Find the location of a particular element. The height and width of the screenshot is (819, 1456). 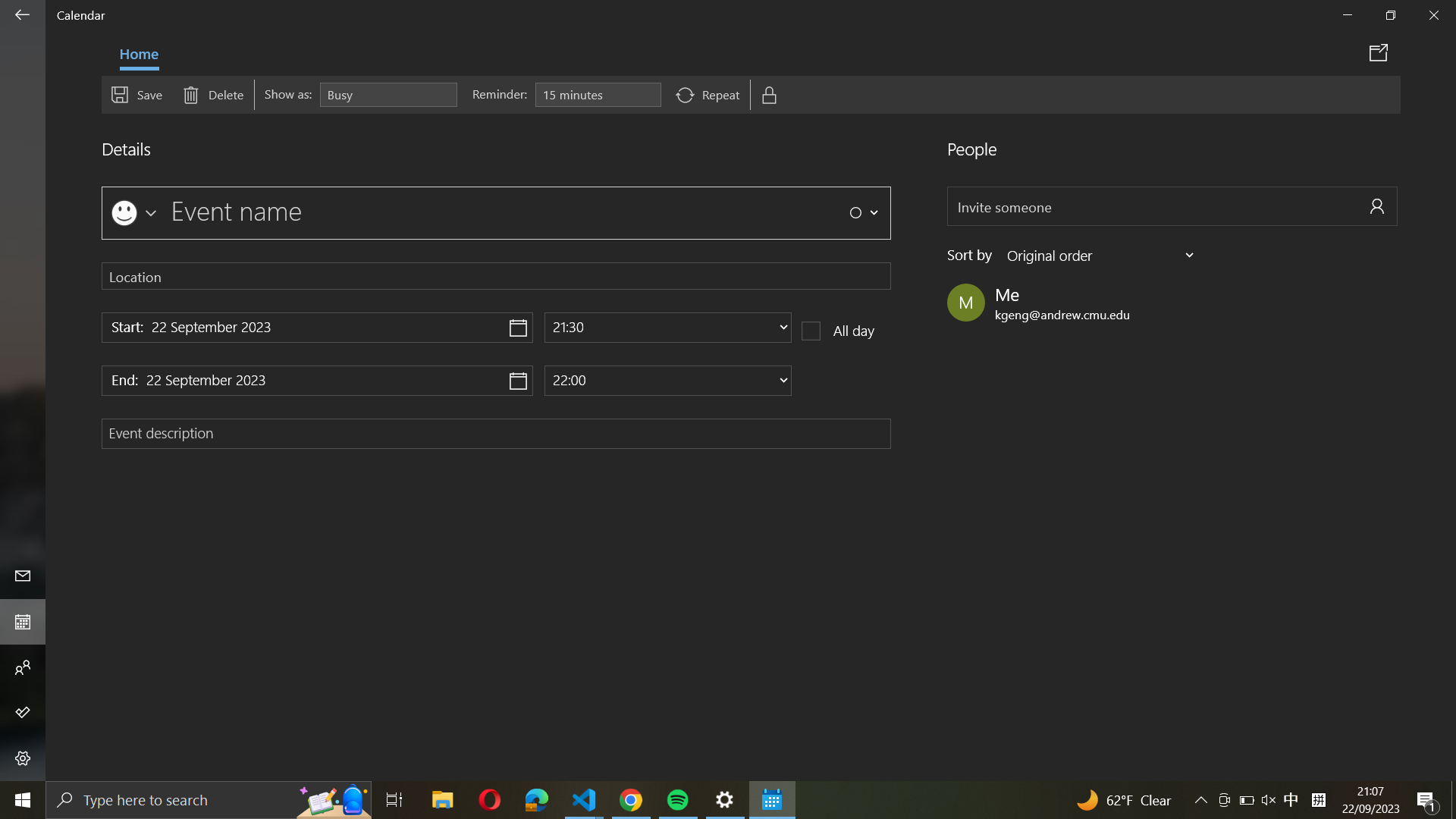

Remove event by hitting the delete button is located at coordinates (212, 93).